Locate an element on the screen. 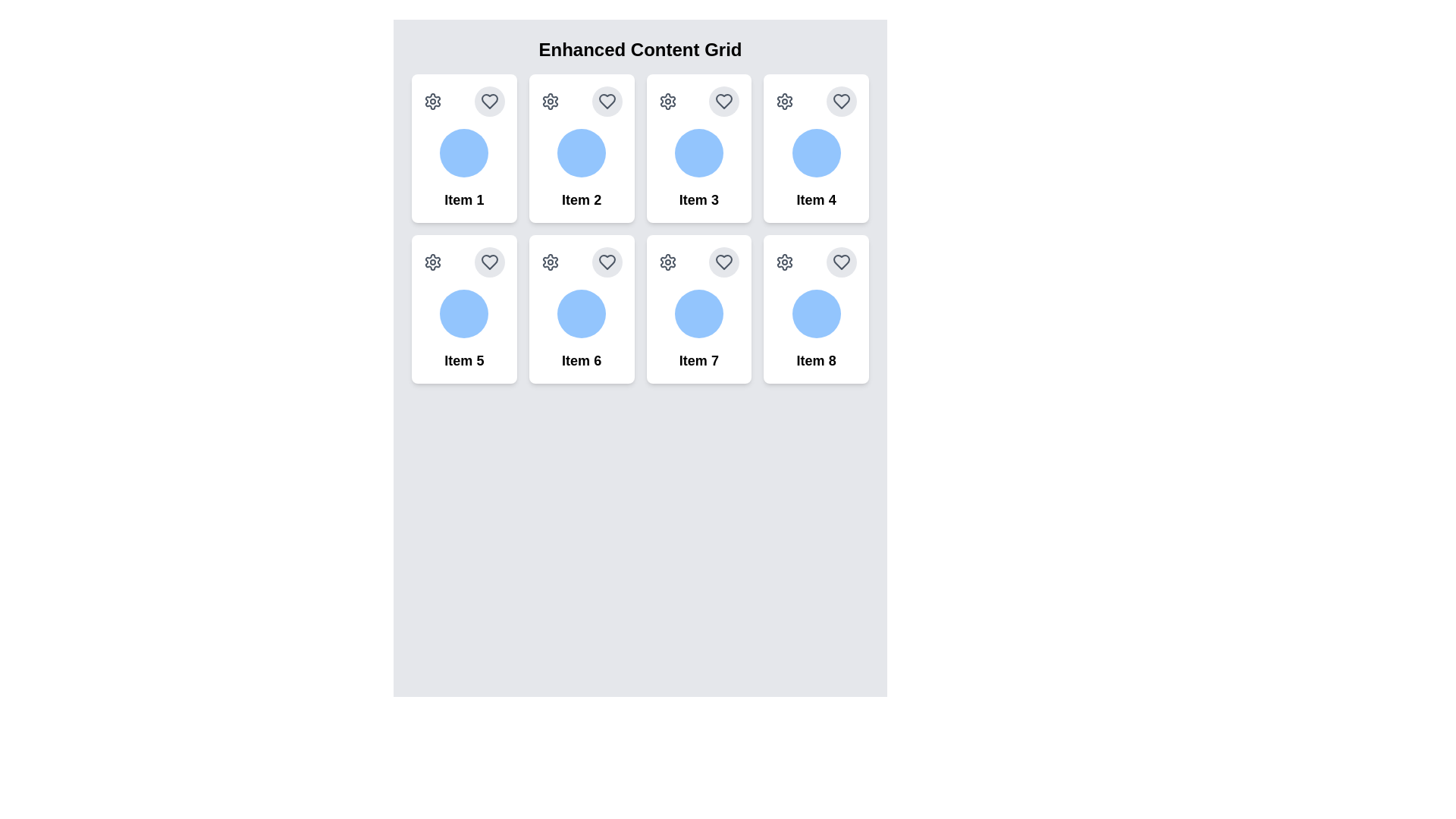 The height and width of the screenshot is (819, 1456). the circular button with a light gray background and heart-shaped icon located in the top-right corner of the card for 'Item 1' in the 'Enhanced Content Grid' is located at coordinates (489, 102).